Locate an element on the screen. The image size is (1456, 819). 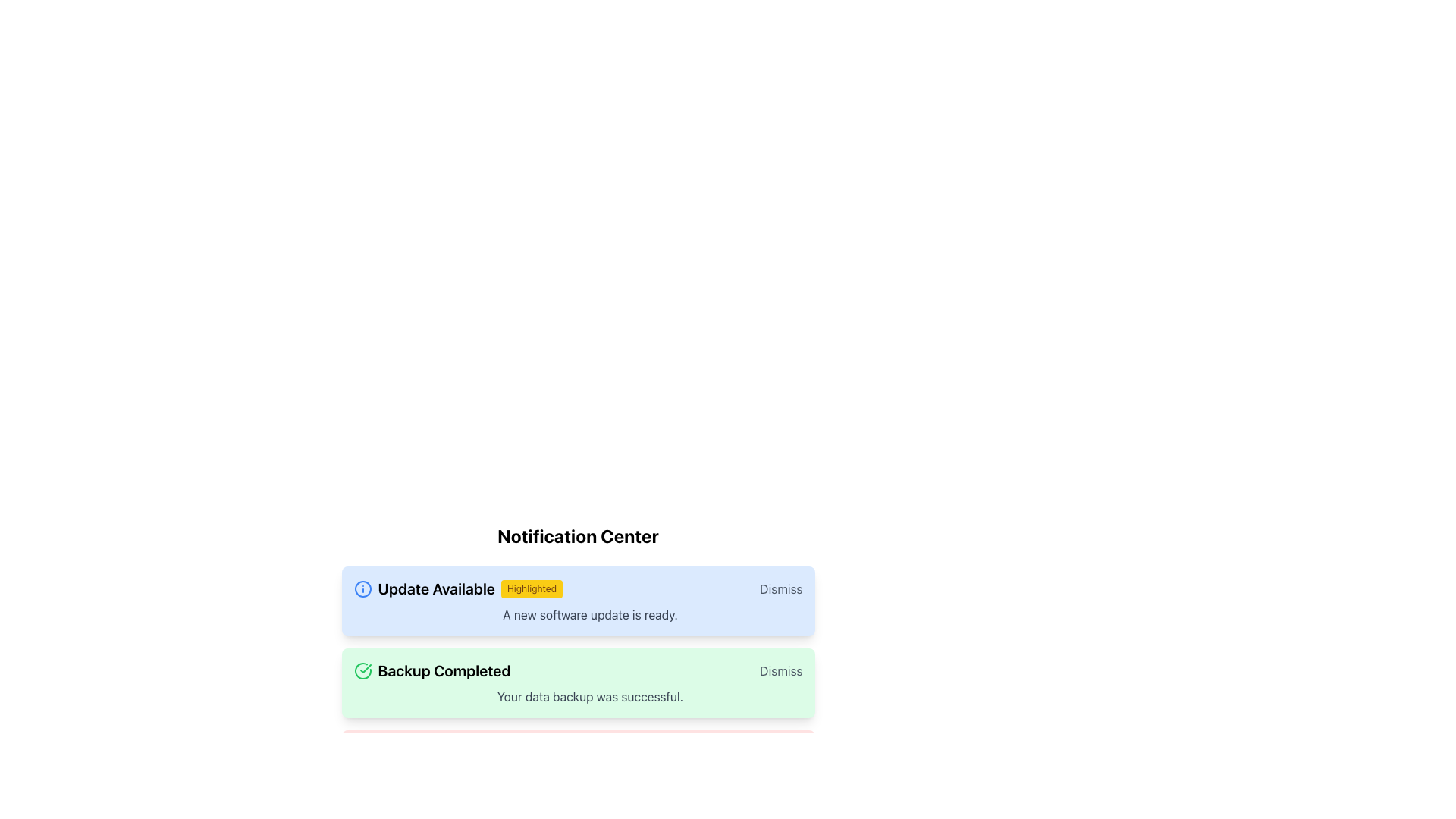
the green circle with a checkmark icon located in the middle of the second notification card titled 'Backup Completed.' is located at coordinates (362, 670).